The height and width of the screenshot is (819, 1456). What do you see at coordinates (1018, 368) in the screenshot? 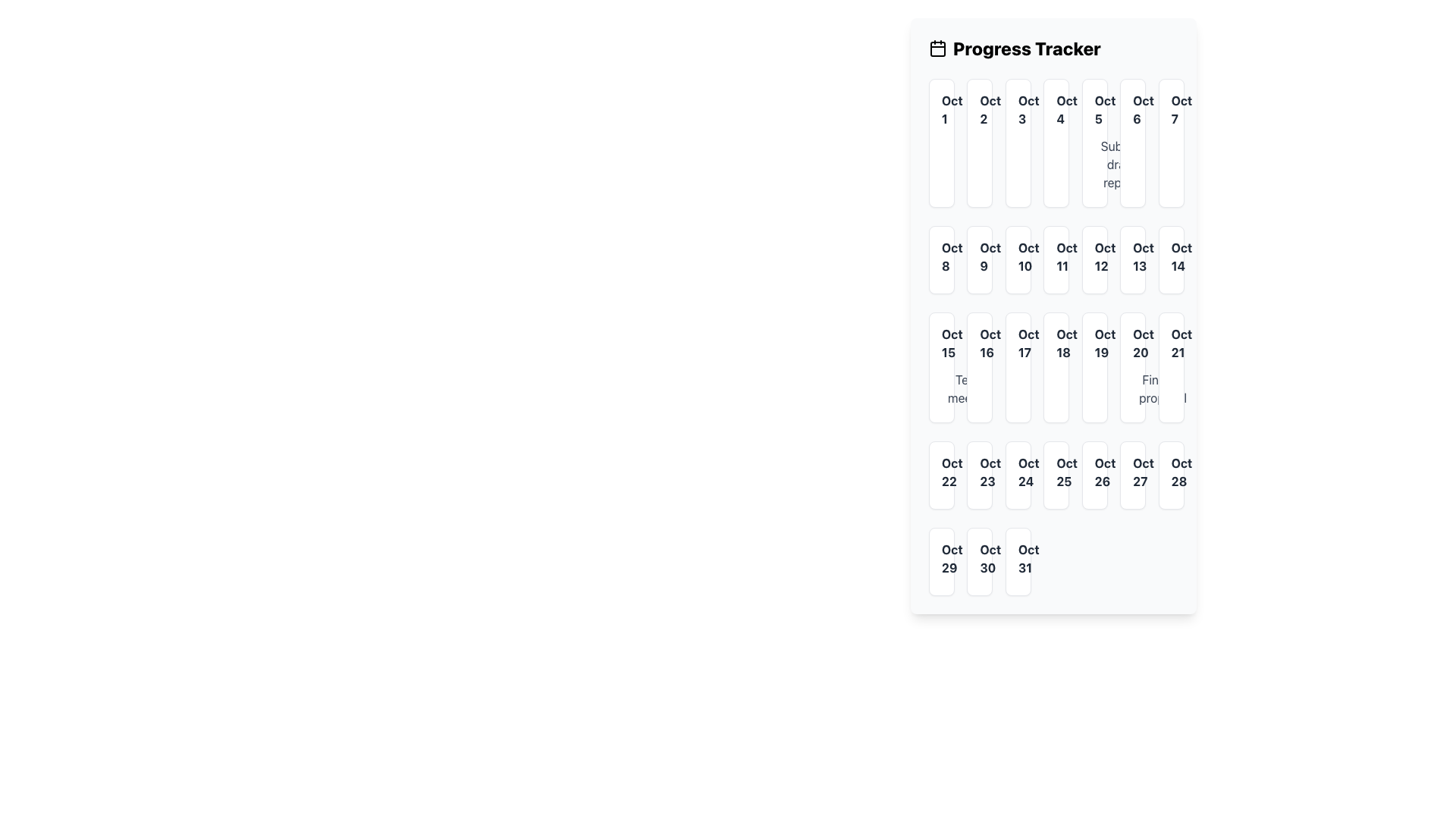
I see `the Date Box element displaying 'Oct 17', which is a rectangular box with rounded corners and a white background, located in the third row and third column of a grid calendar structure` at bounding box center [1018, 368].